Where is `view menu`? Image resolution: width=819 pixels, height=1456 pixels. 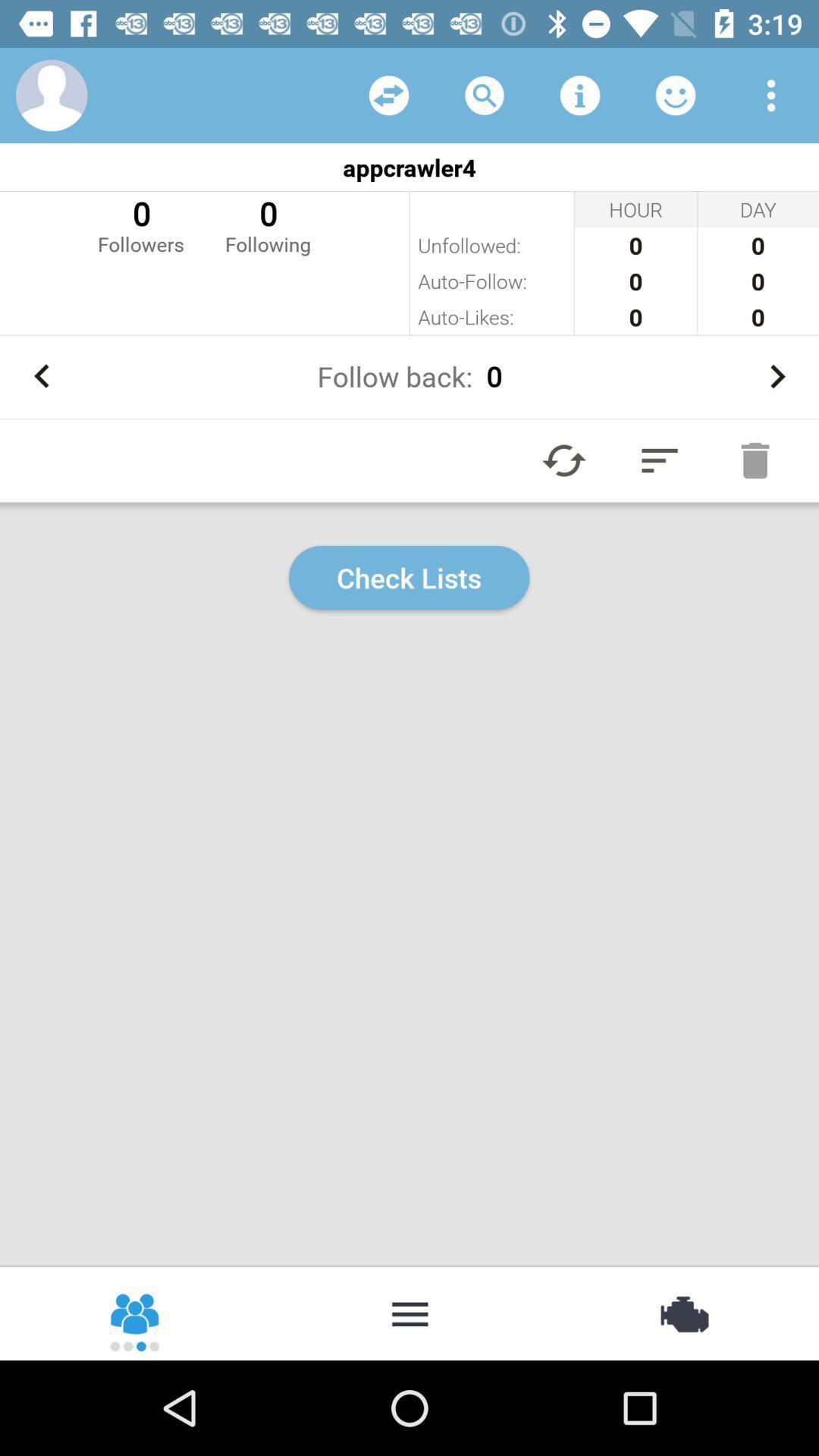 view menu is located at coordinates (771, 94).